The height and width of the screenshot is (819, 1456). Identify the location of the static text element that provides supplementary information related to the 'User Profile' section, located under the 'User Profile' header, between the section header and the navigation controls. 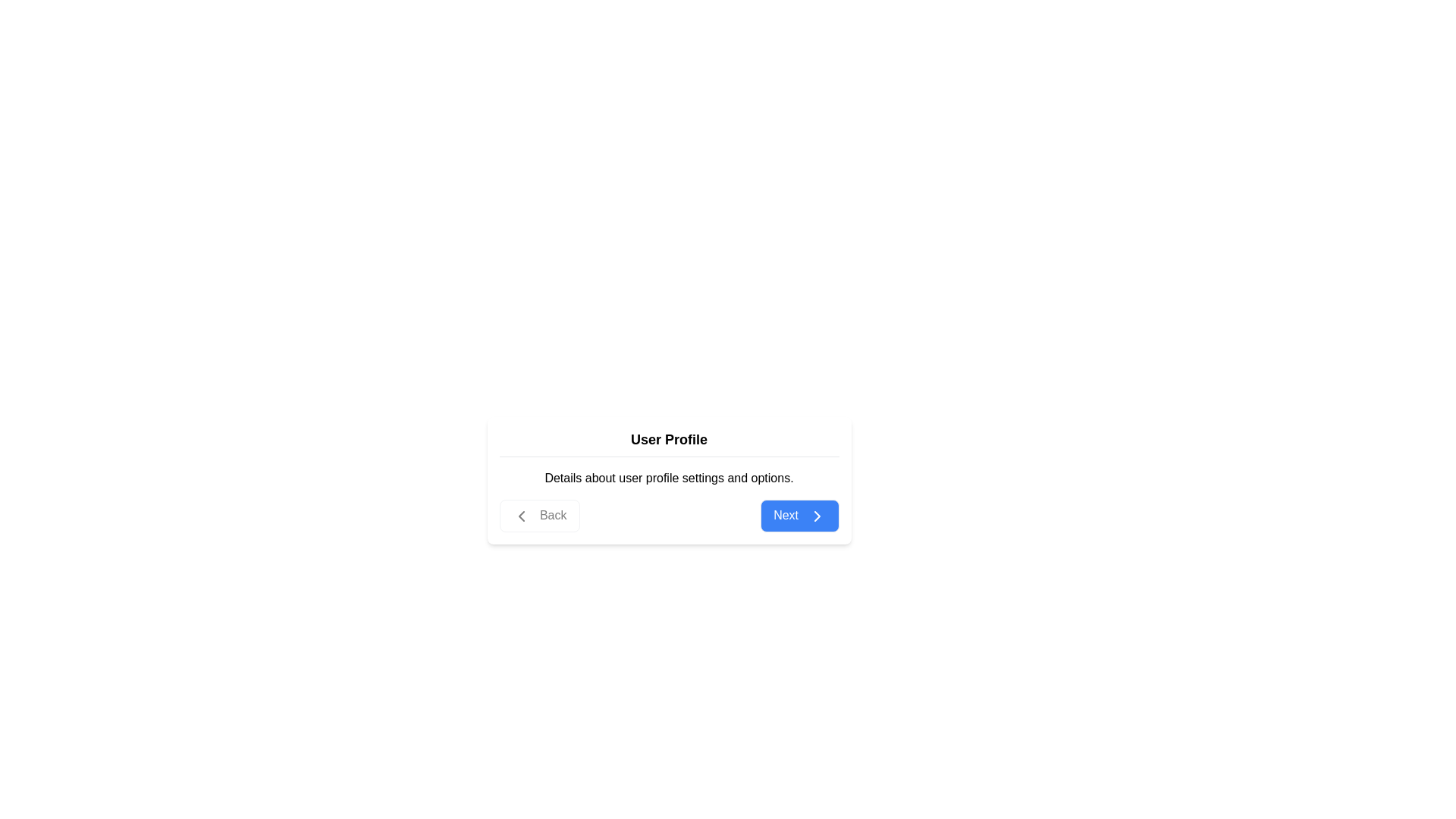
(668, 479).